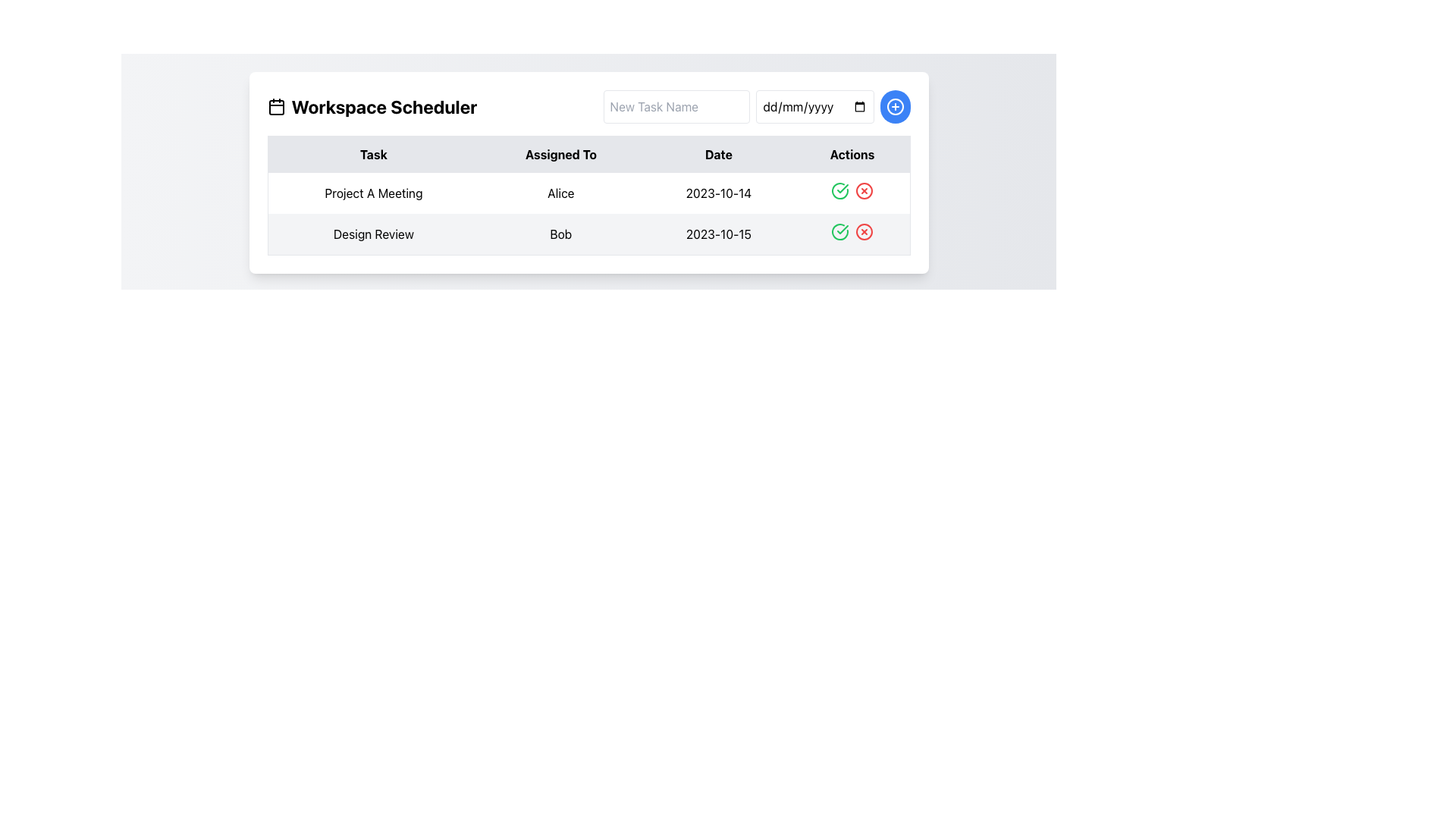 The image size is (1456, 819). What do you see at coordinates (717, 154) in the screenshot?
I see `the 'Date' column header in the table, which is the third column header located between 'Assigned To' and 'Actions'` at bounding box center [717, 154].